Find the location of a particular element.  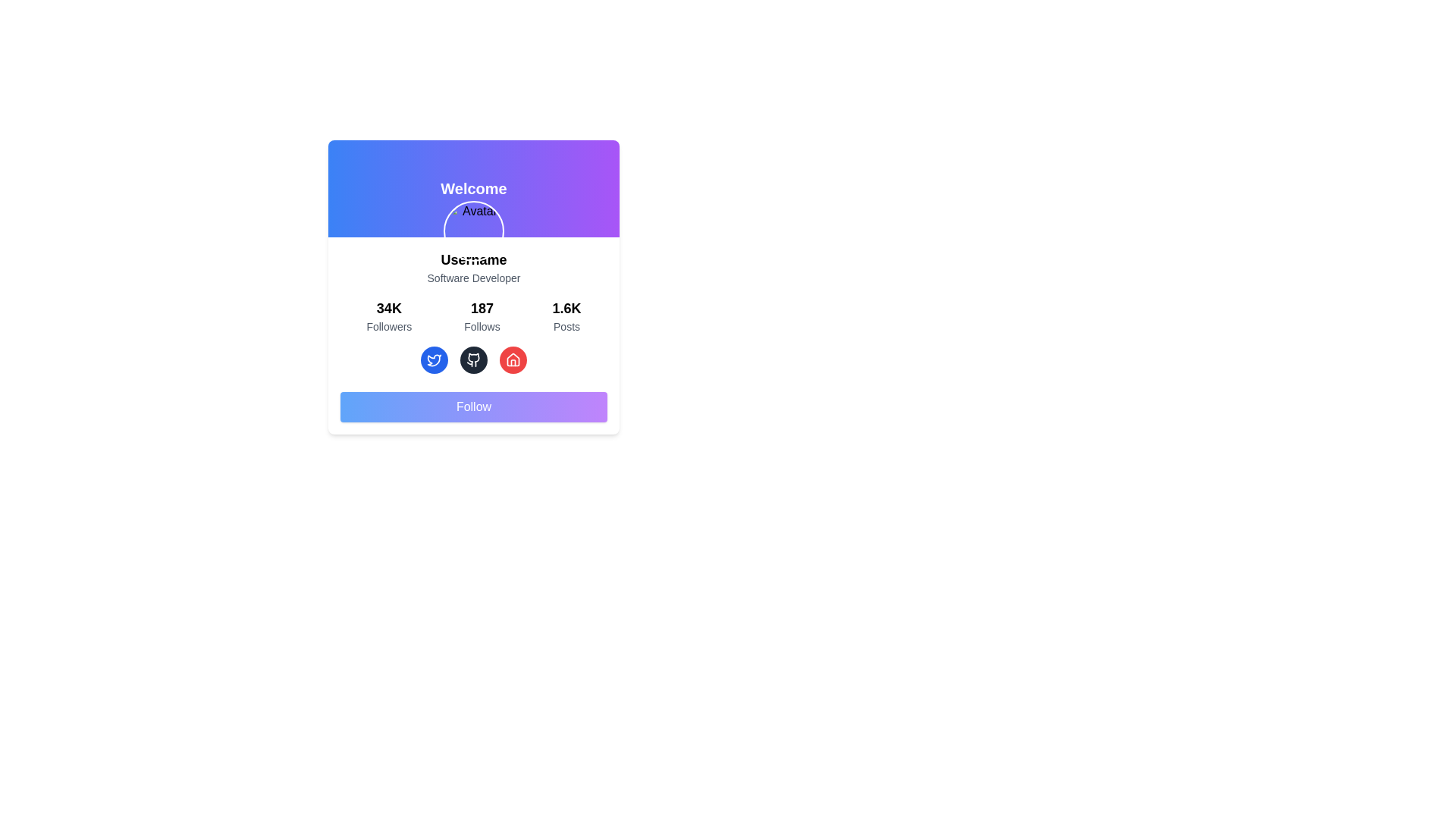

numerical value '187' and the descriptive text 'Follows' from the Text Display located between the 'Followers' and 'Posts' components is located at coordinates (481, 315).